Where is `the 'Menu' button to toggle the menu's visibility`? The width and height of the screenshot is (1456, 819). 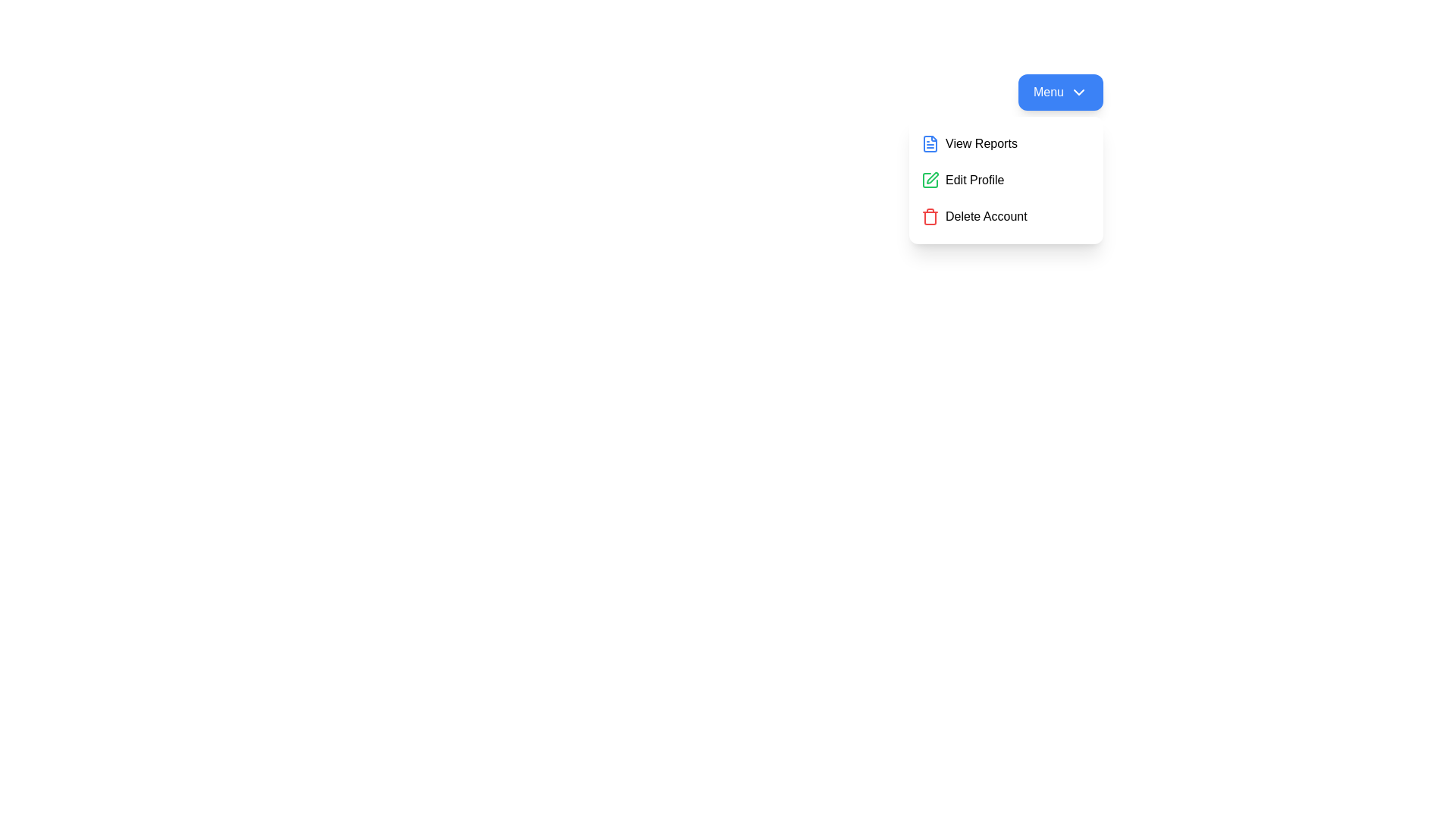
the 'Menu' button to toggle the menu's visibility is located at coordinates (1059, 93).